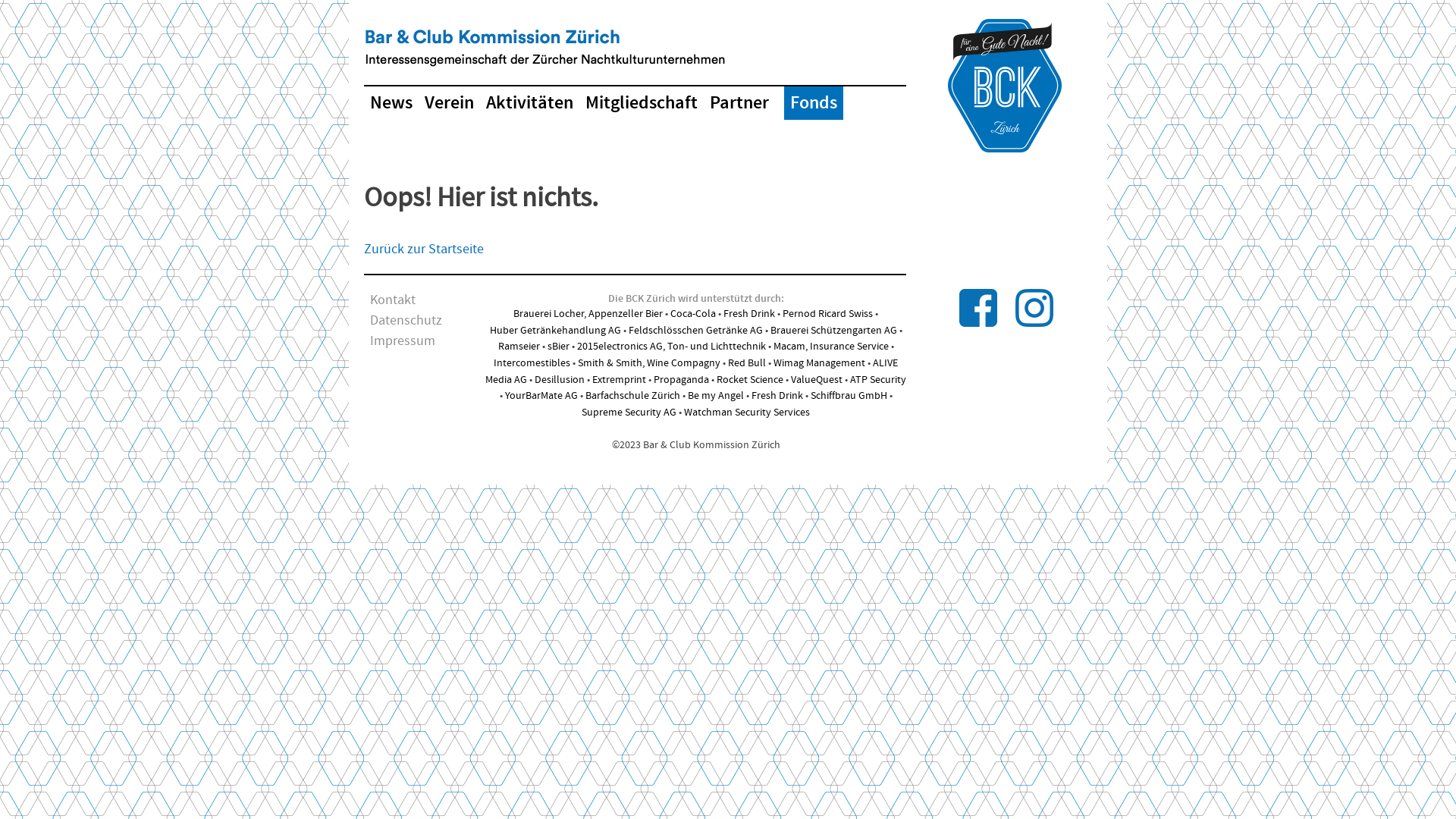  What do you see at coordinates (403, 341) in the screenshot?
I see `'Impressum'` at bounding box center [403, 341].